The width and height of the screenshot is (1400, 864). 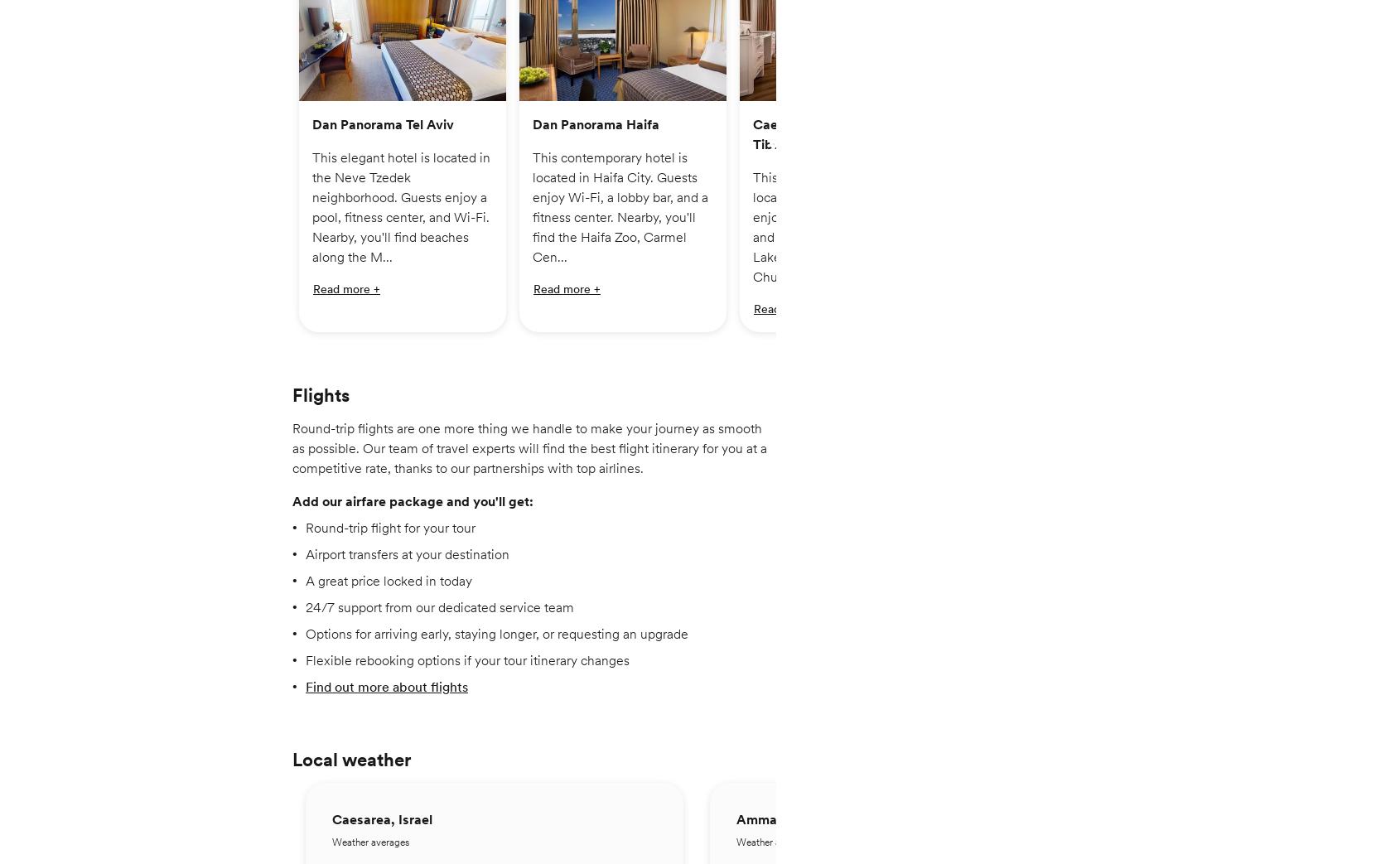 What do you see at coordinates (320, 403) in the screenshot?
I see `'Flights'` at bounding box center [320, 403].